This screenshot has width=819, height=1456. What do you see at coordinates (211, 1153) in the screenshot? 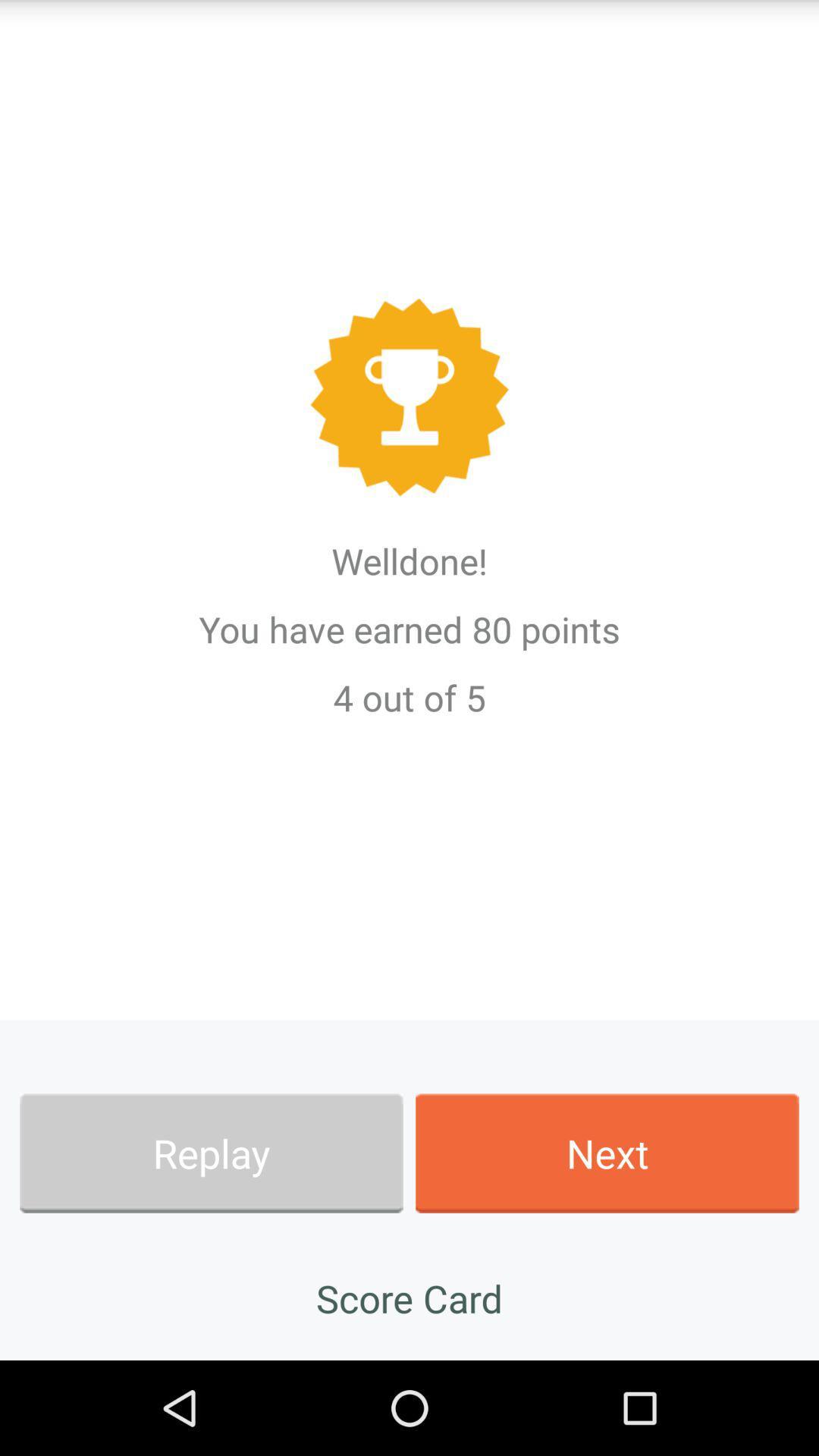
I see `the app at the bottom left corner` at bounding box center [211, 1153].